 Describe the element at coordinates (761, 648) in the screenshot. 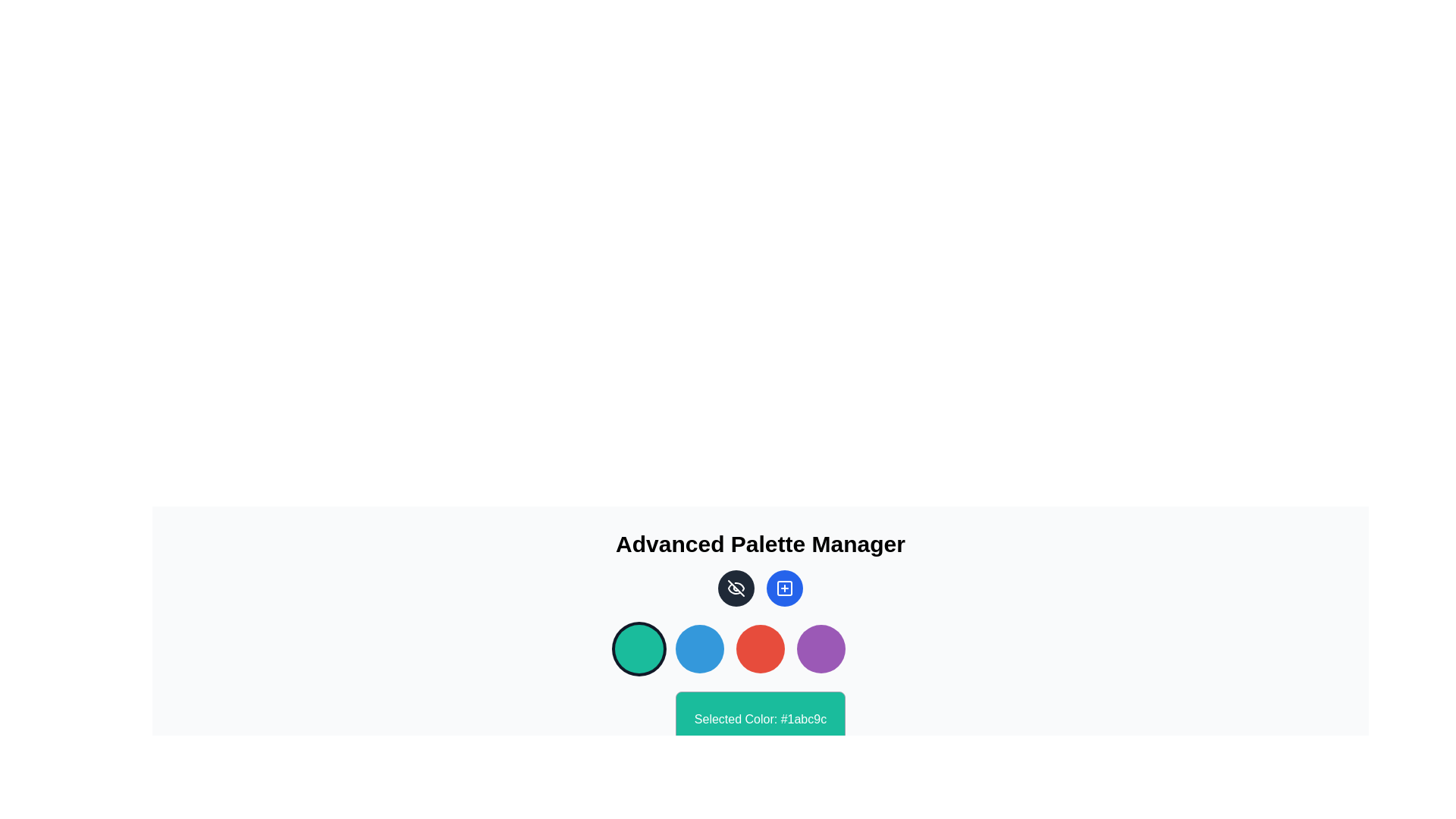

I see `the third circular icon in a row of five icons to confirm the selection of red as the active color` at that location.